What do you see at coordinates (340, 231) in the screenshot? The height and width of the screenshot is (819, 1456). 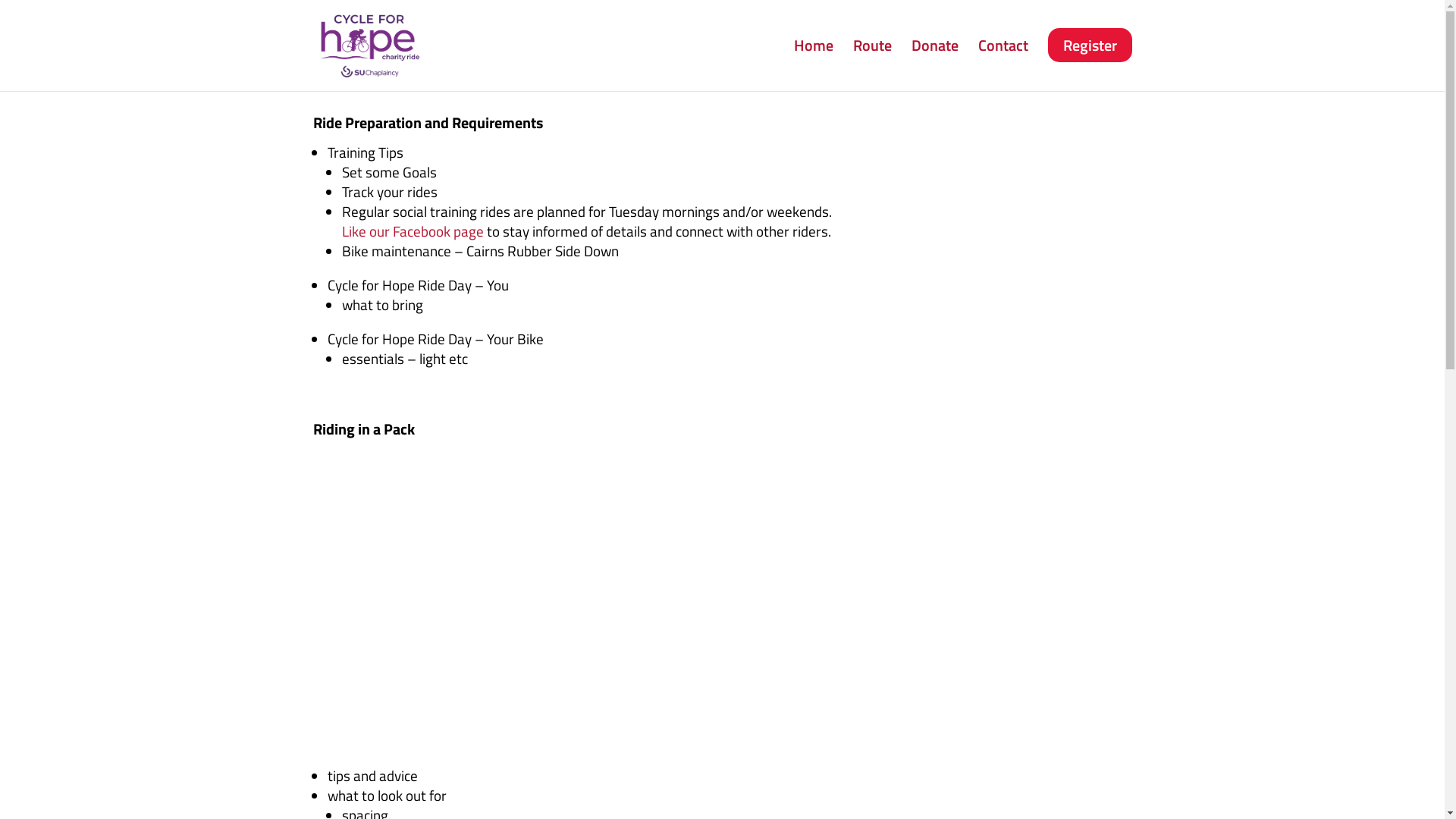 I see `'Like our Facebook page'` at bounding box center [340, 231].